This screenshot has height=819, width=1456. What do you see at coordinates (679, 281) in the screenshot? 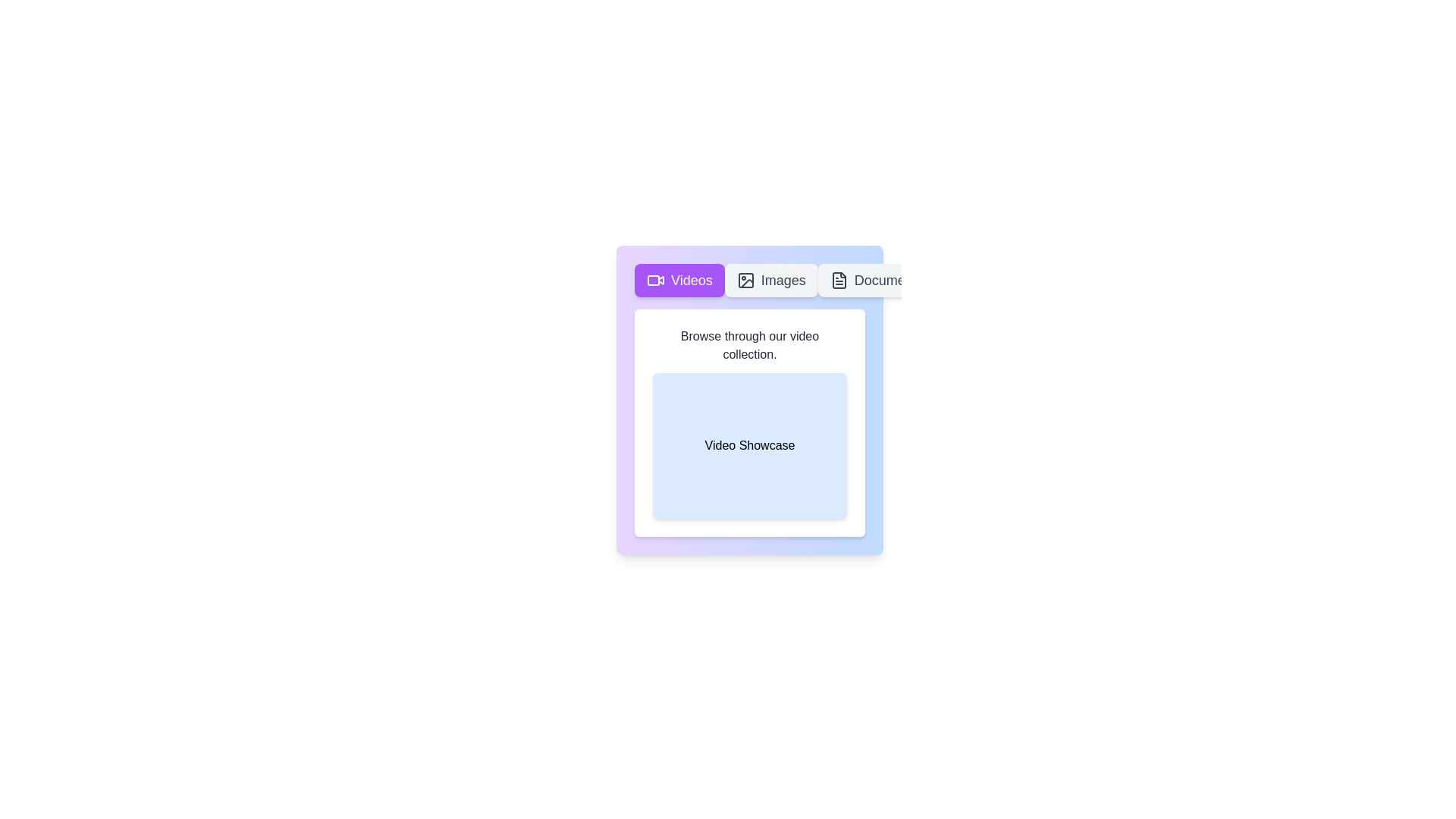
I see `the 'Videos' button with a purple background and white text` at bounding box center [679, 281].